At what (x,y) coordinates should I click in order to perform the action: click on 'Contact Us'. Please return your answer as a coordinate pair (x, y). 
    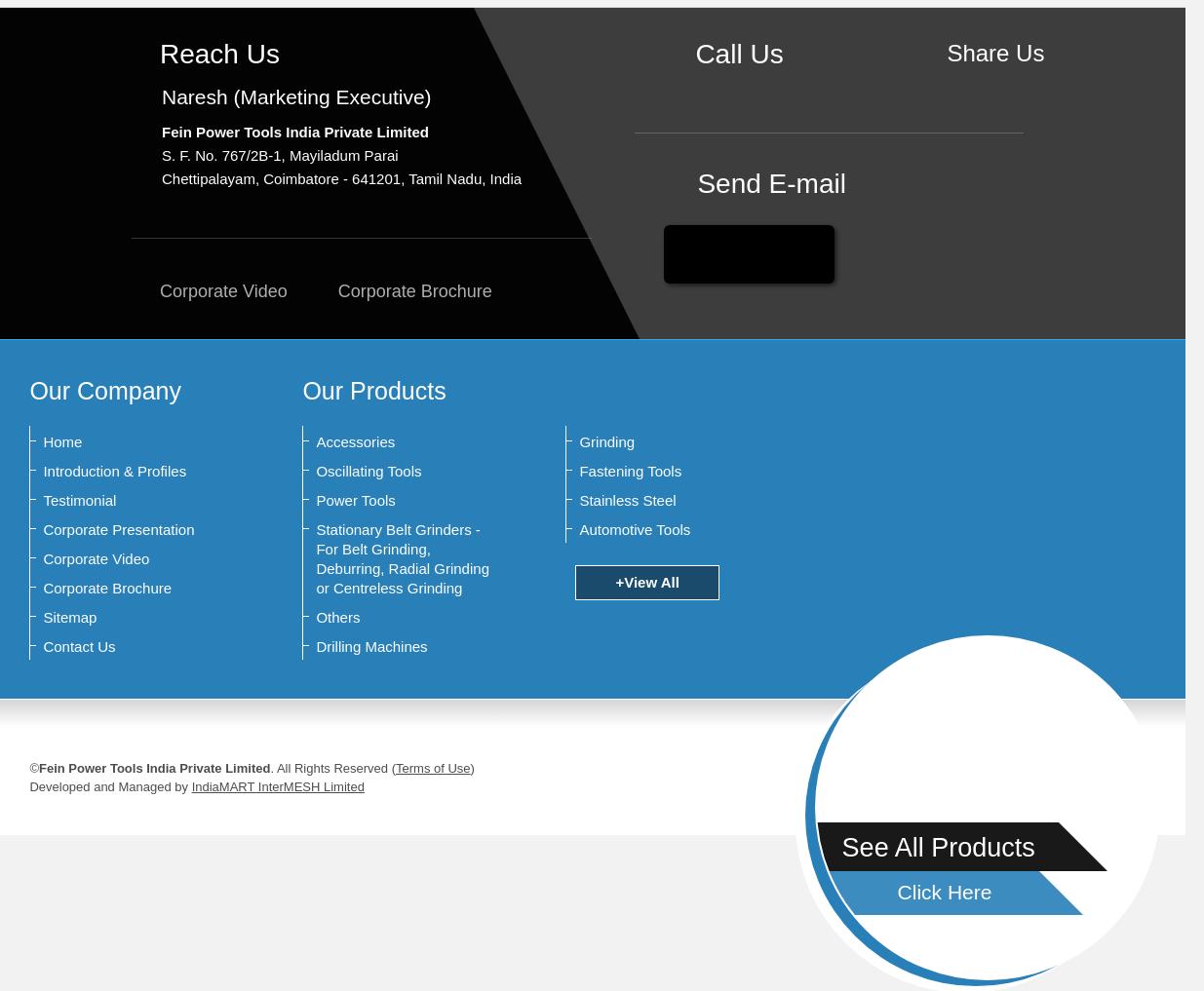
    Looking at the image, I should click on (78, 646).